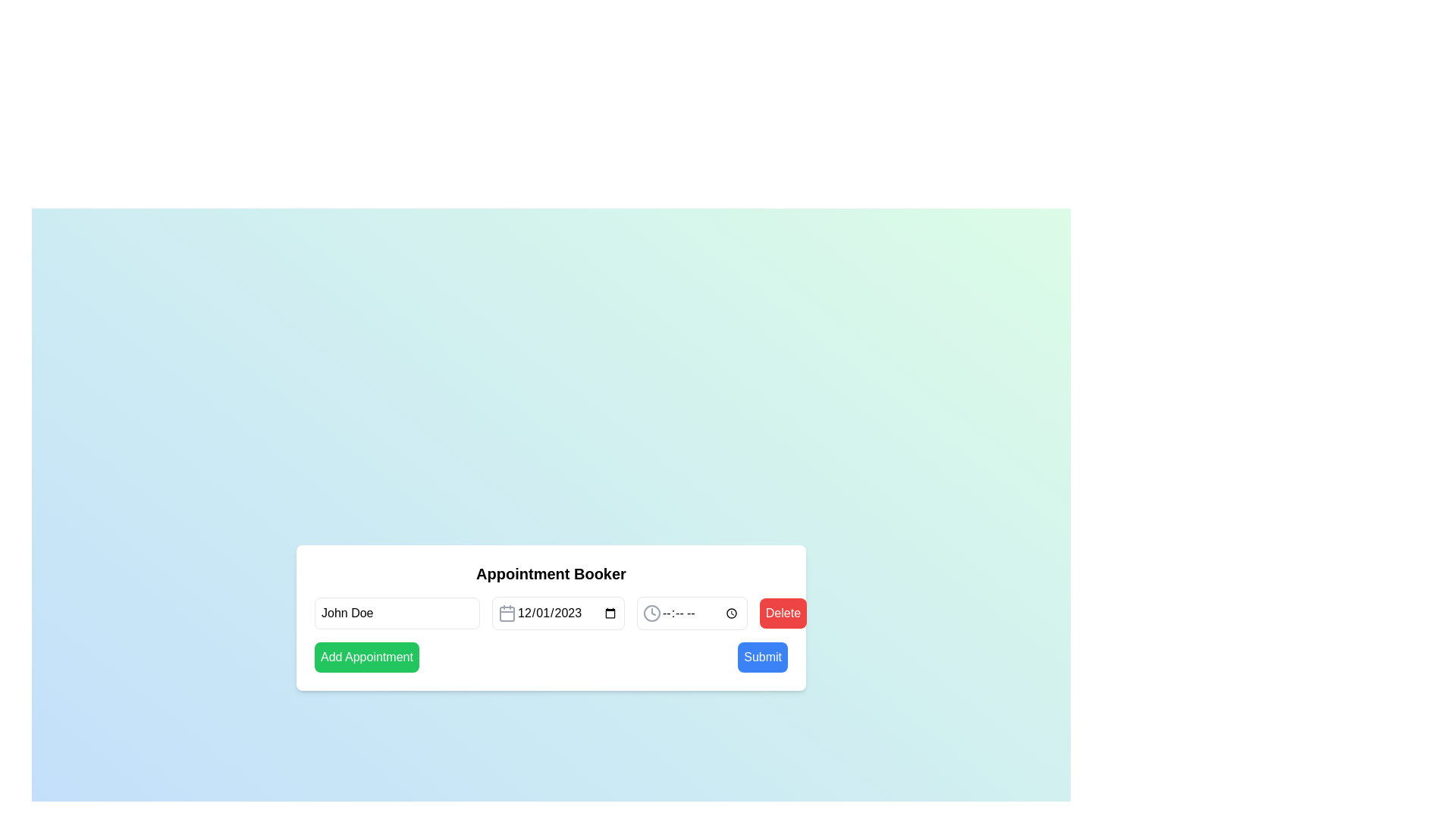 This screenshot has width=1456, height=819. What do you see at coordinates (550, 573) in the screenshot?
I see `the bold, large-sized text header displaying 'Appointment Booker' which is prominently positioned at the top of a white card with rounded edges and a shadow effect` at bounding box center [550, 573].